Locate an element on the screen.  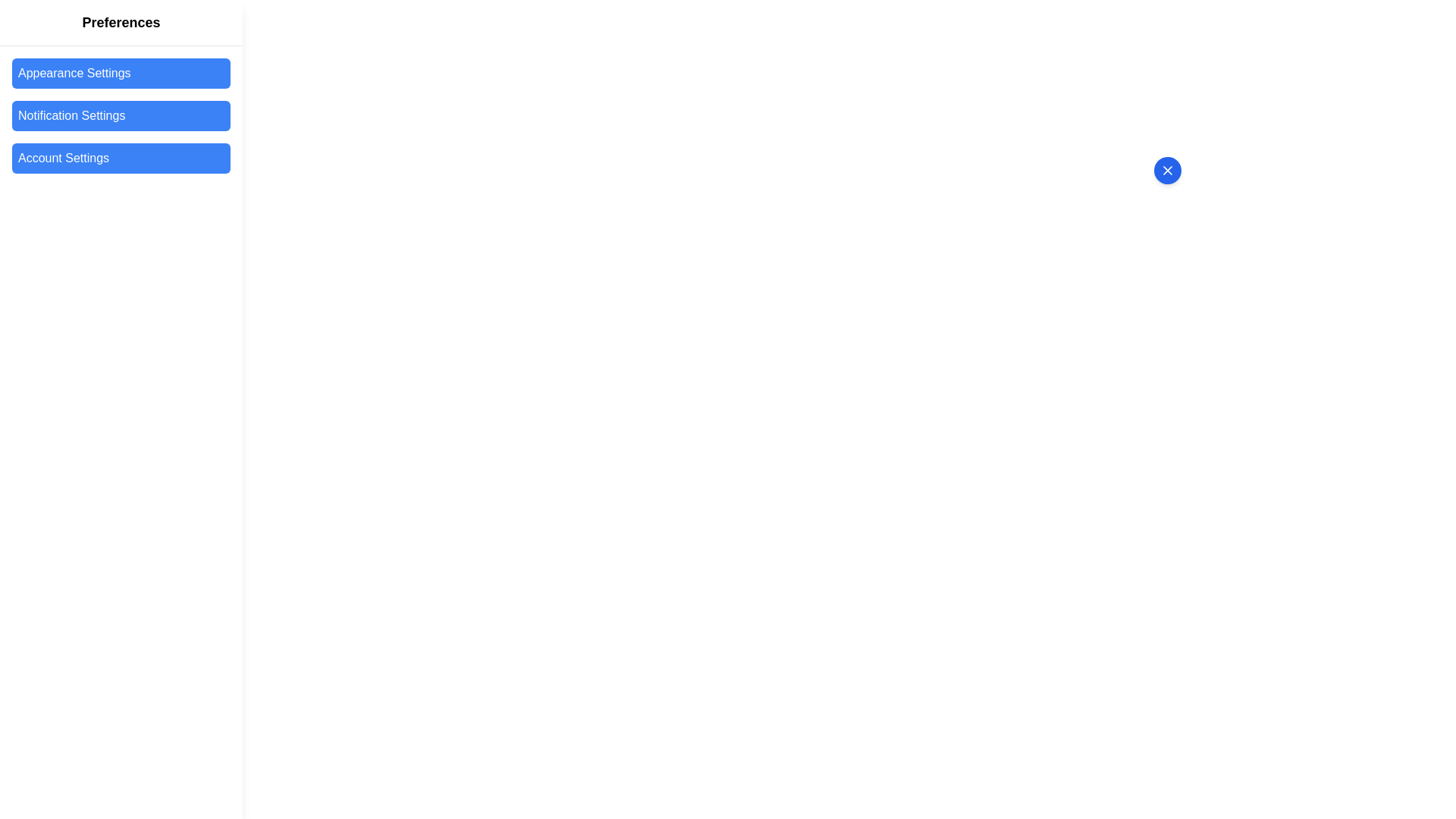
the 'Account Settings' button located at the bottom of the 'Preferences' section is located at coordinates (120, 158).